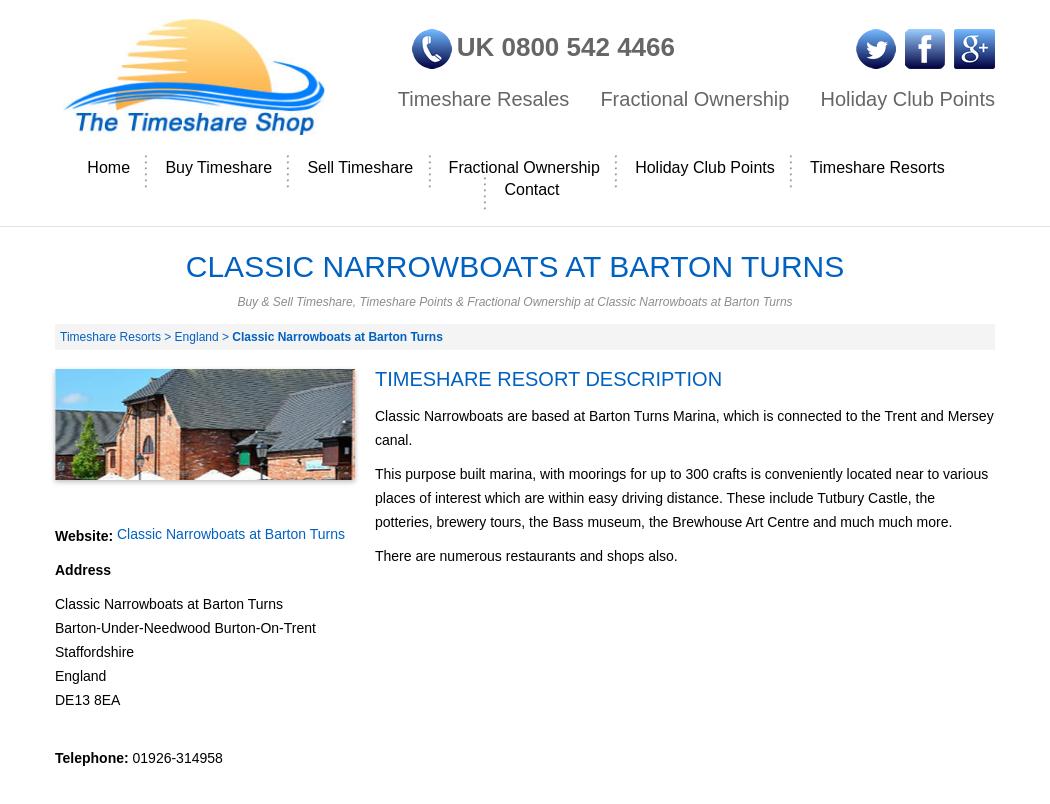 The height and width of the screenshot is (804, 1050). What do you see at coordinates (373, 496) in the screenshot?
I see `'This purpose built marina, with moorings for up to 300 crafts is conveniently located near to various places of interest which are within easy driving distance. These include Tutbury Castle, the potteries, brewery tours, the Bass museum, the Brewhouse Art Centre and much much more.'` at bounding box center [373, 496].